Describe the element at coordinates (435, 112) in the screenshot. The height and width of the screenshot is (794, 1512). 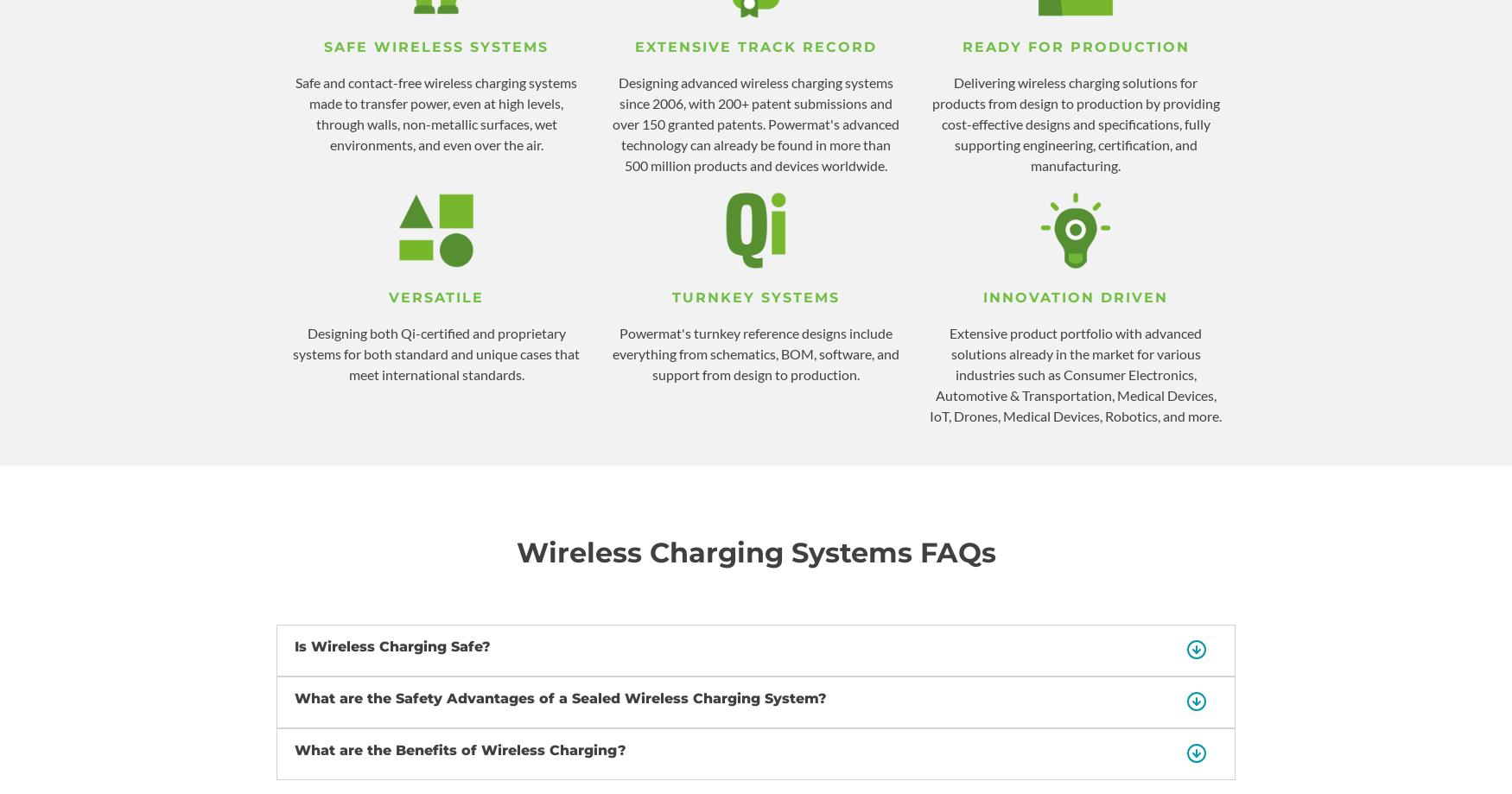
I see `'Safe and contact-free wireless charging systems made to transfer power, even at high levels, through walls,  non-metallic surfaces, wet environments, and even over the air.'` at that location.